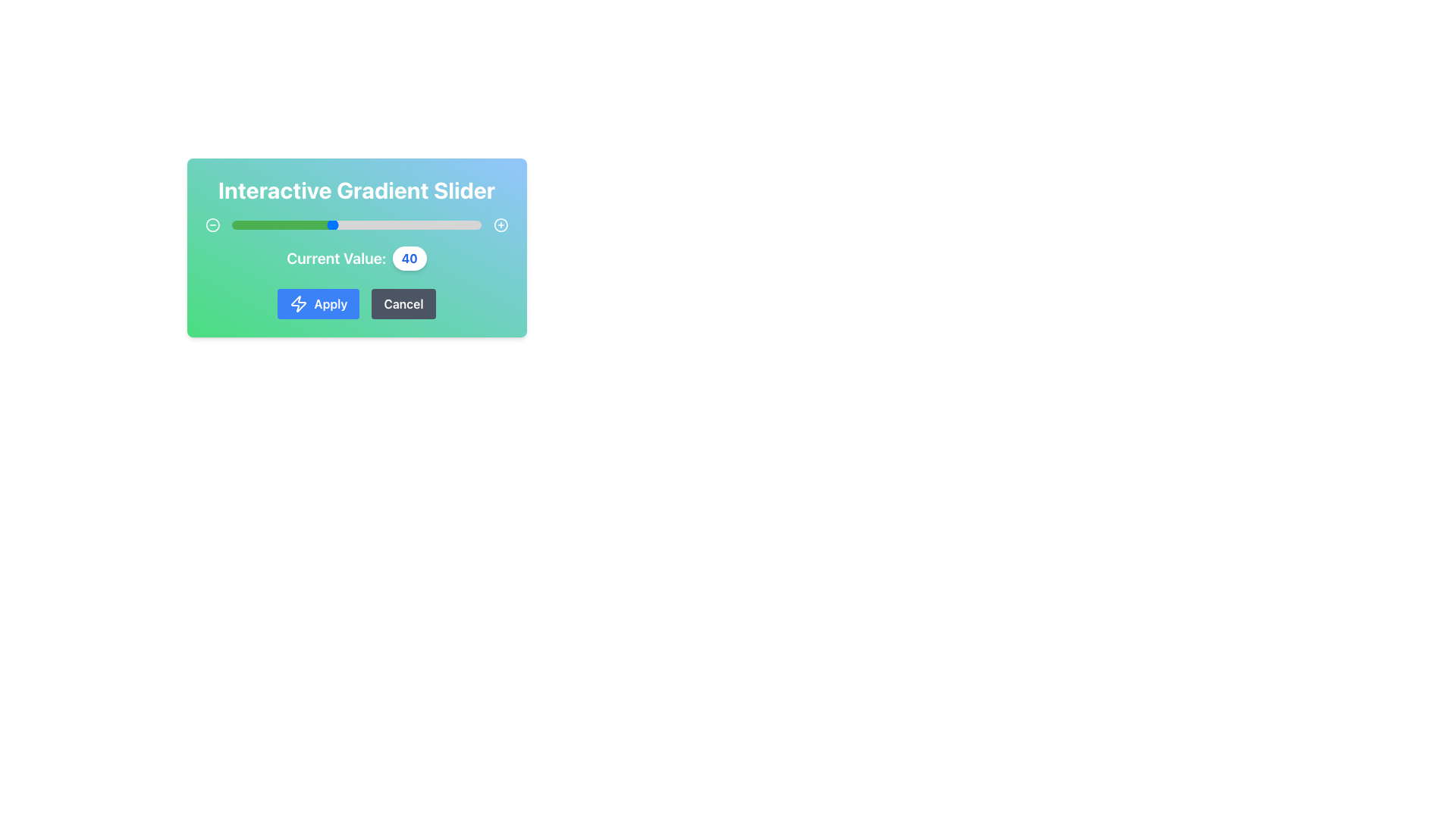 Image resolution: width=1456 pixels, height=819 pixels. What do you see at coordinates (246, 225) in the screenshot?
I see `the slider's value` at bounding box center [246, 225].